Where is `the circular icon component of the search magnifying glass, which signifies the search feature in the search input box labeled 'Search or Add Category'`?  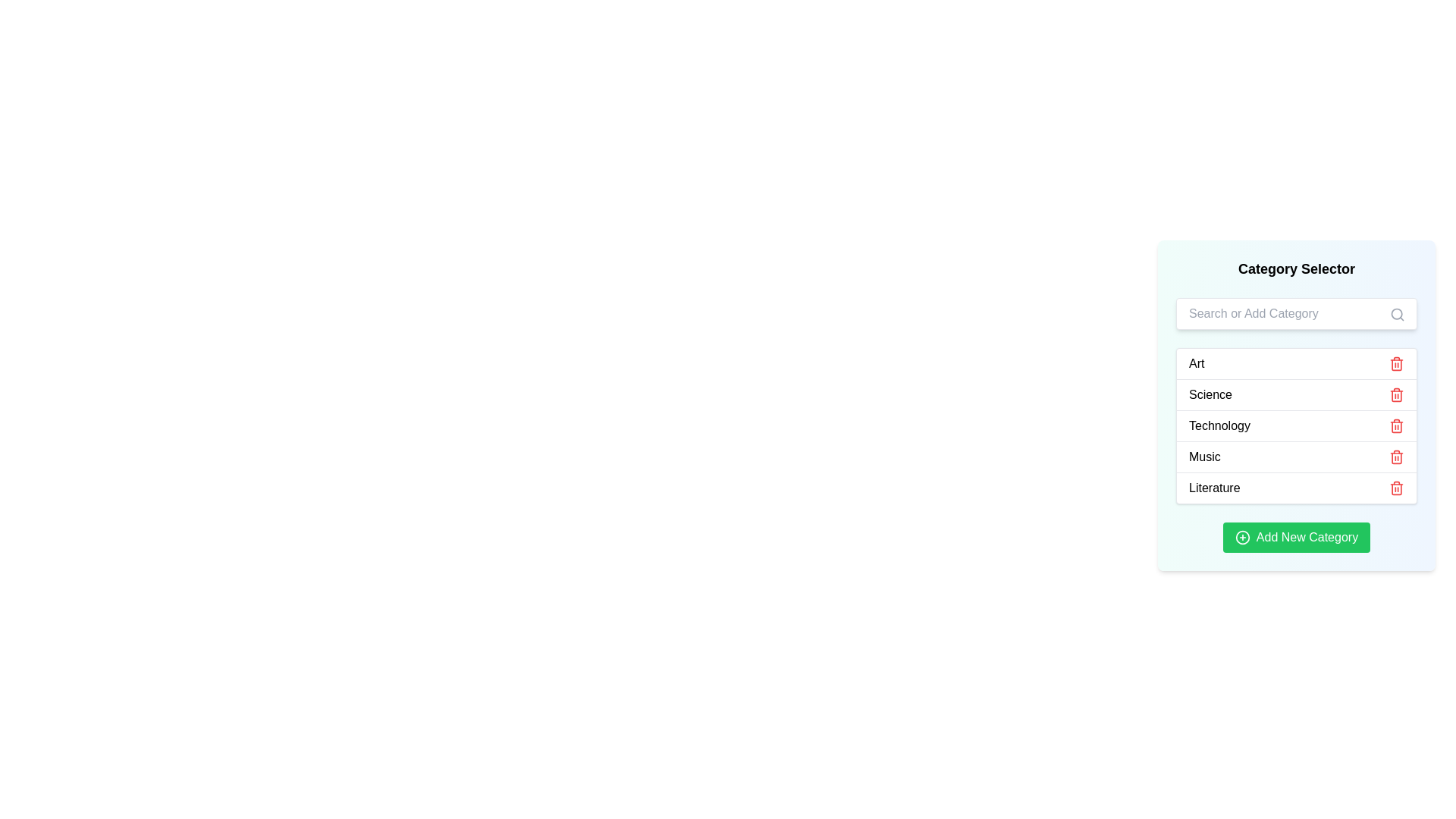
the circular icon component of the search magnifying glass, which signifies the search feature in the search input box labeled 'Search or Add Category' is located at coordinates (1396, 313).